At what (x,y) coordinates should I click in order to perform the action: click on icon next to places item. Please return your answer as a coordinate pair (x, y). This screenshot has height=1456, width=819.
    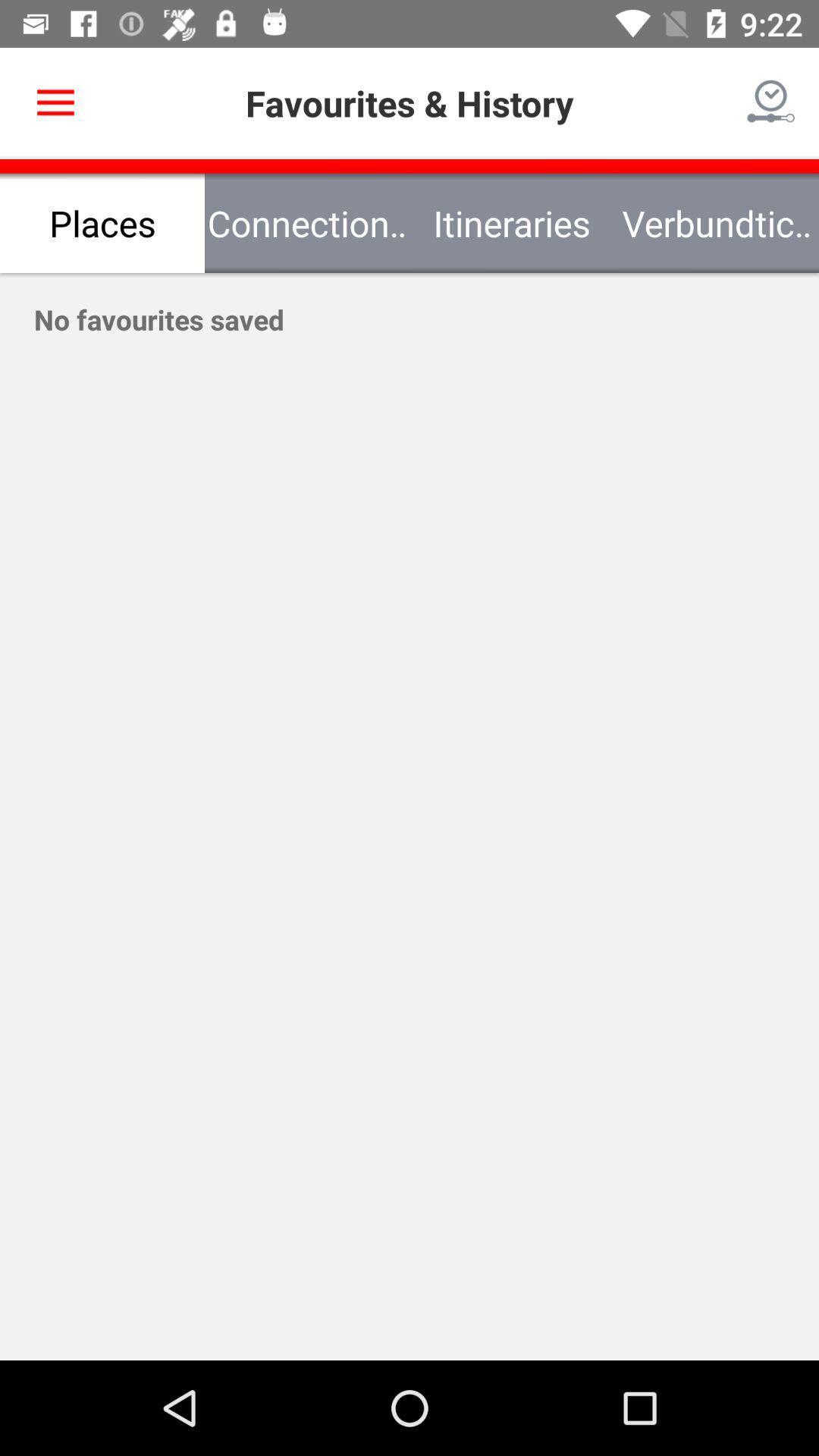
    Looking at the image, I should click on (307, 222).